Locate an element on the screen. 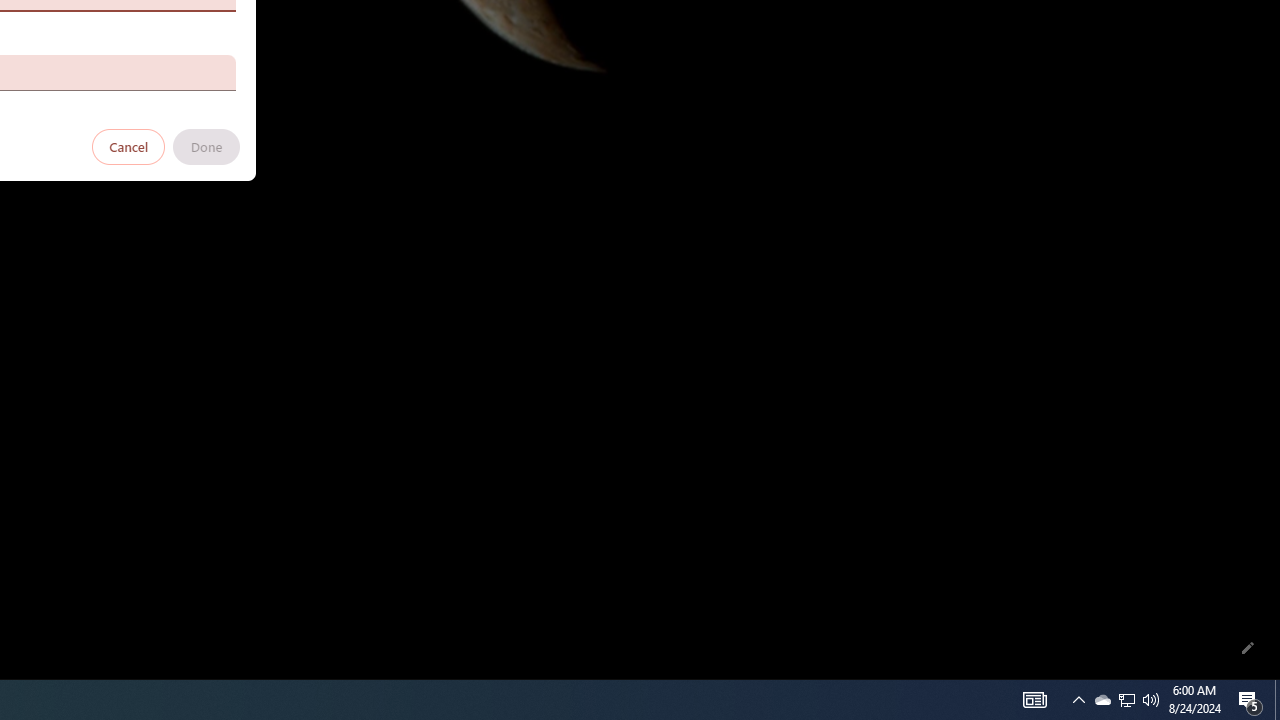 This screenshot has width=1280, height=720. 'Cancel' is located at coordinates (128, 145).